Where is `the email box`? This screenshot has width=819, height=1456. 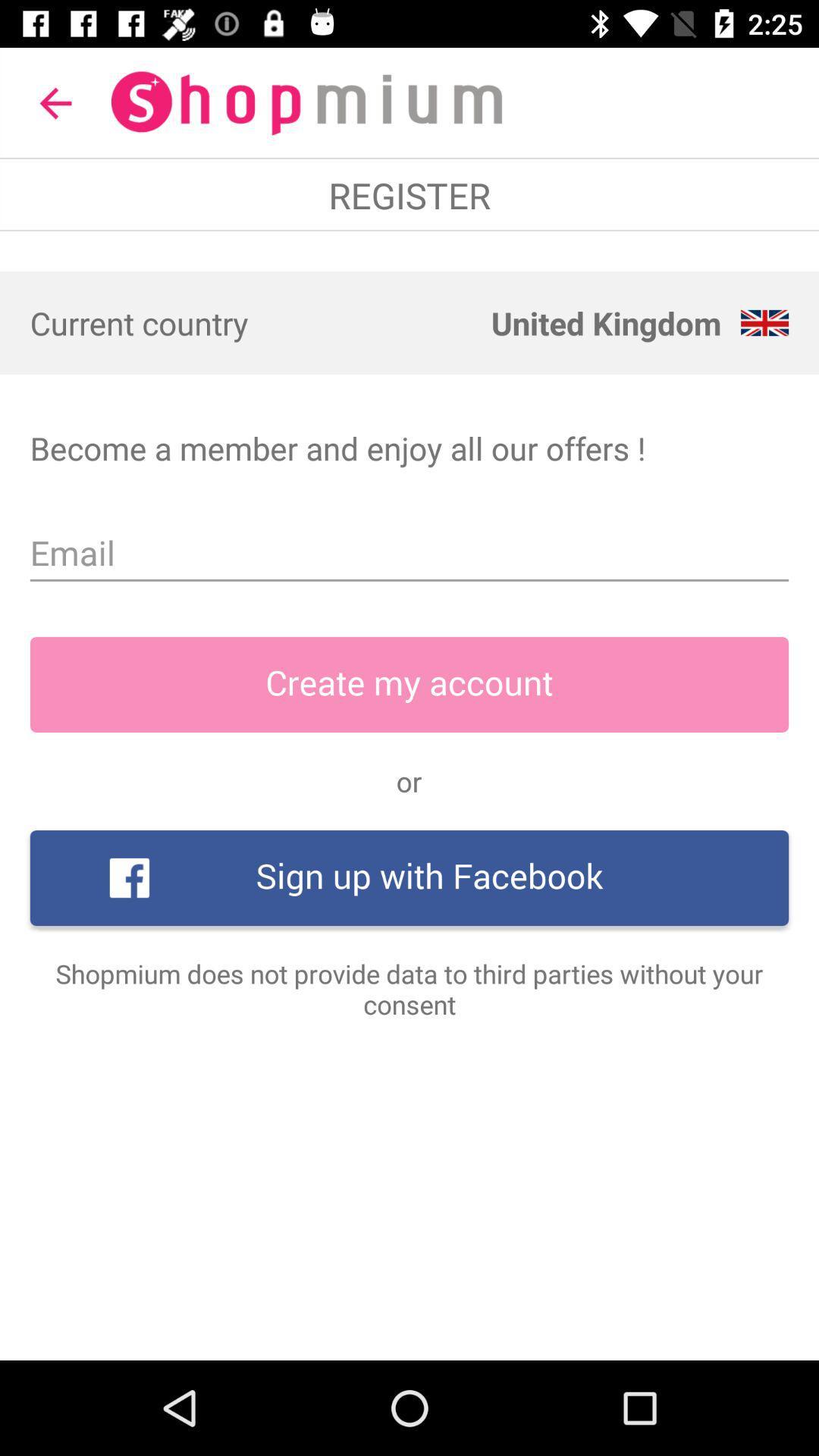
the email box is located at coordinates (409, 552).